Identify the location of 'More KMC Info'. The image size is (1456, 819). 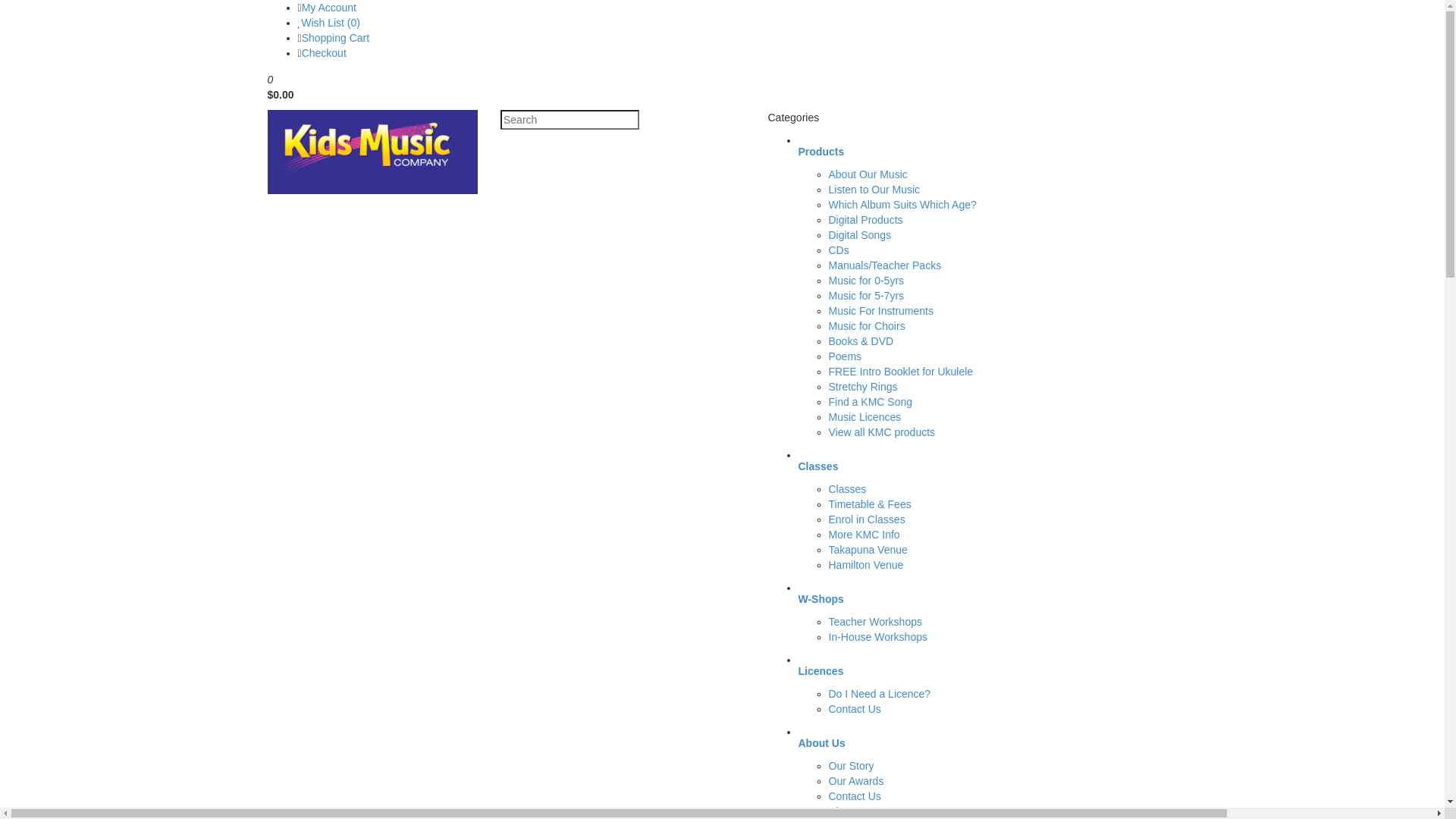
(863, 534).